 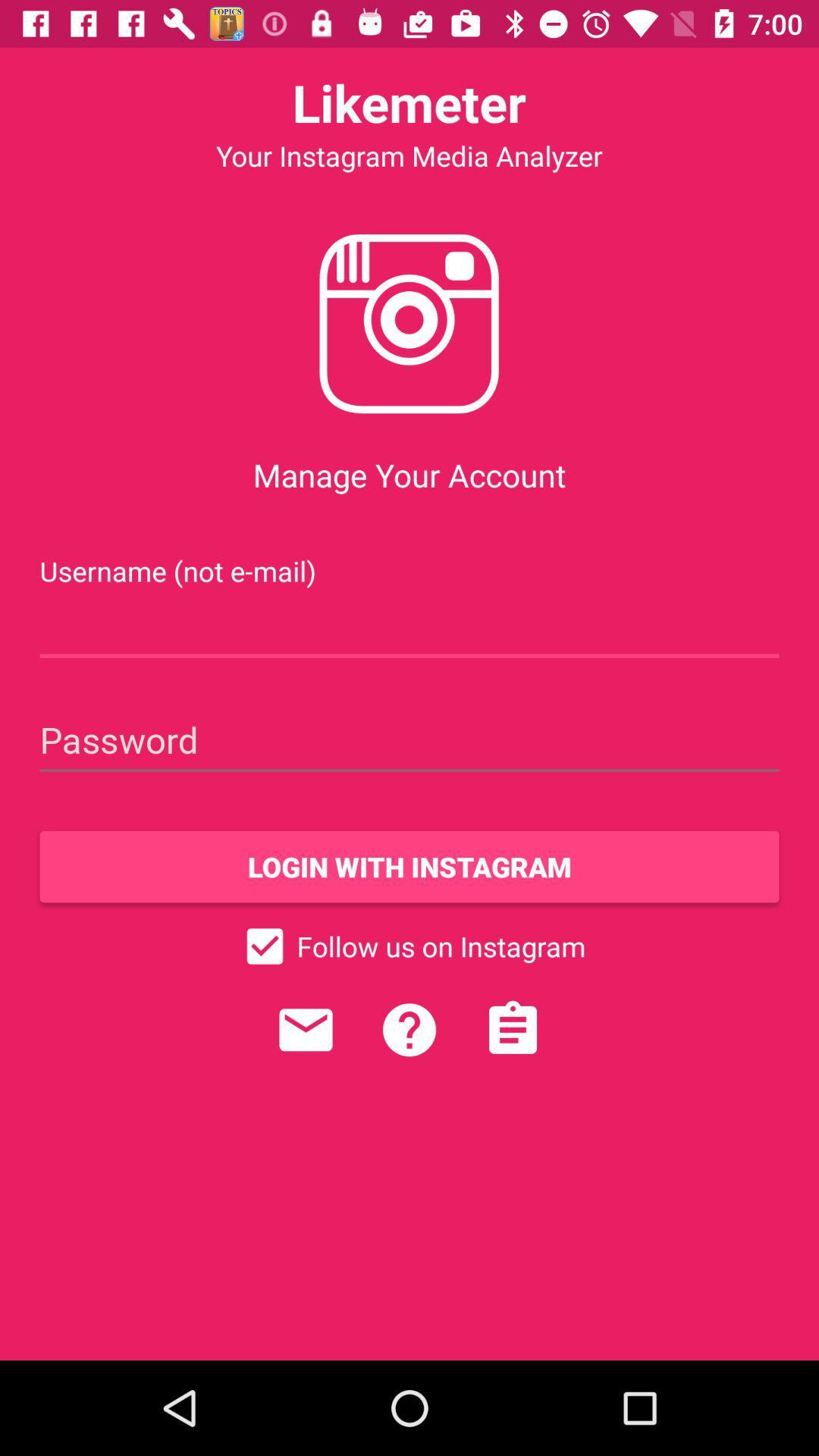 What do you see at coordinates (409, 866) in the screenshot?
I see `the login with instagram item` at bounding box center [409, 866].